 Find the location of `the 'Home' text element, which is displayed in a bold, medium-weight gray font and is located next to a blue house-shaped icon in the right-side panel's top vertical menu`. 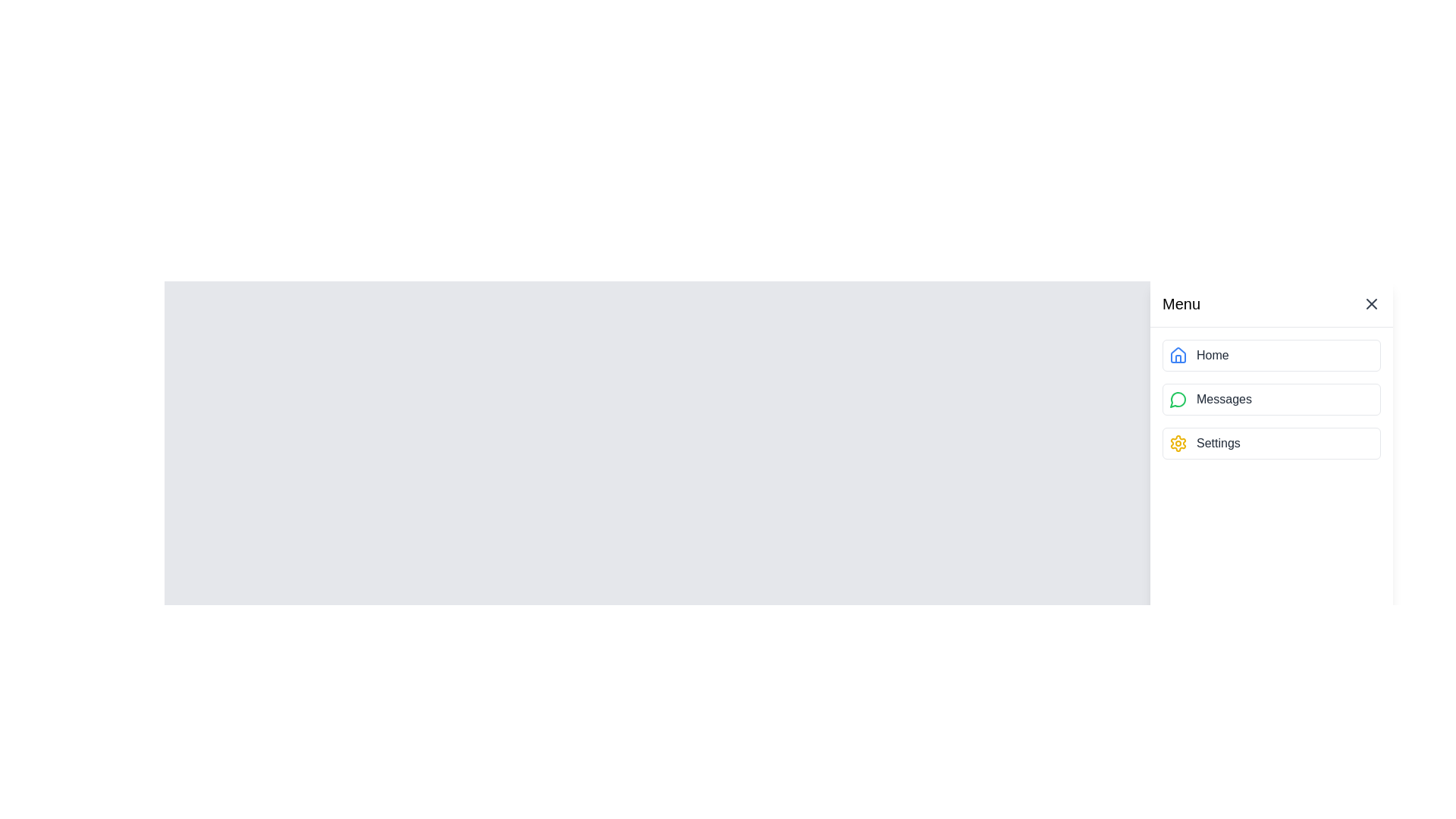

the 'Home' text element, which is displayed in a bold, medium-weight gray font and is located next to a blue house-shaped icon in the right-side panel's top vertical menu is located at coordinates (1212, 356).